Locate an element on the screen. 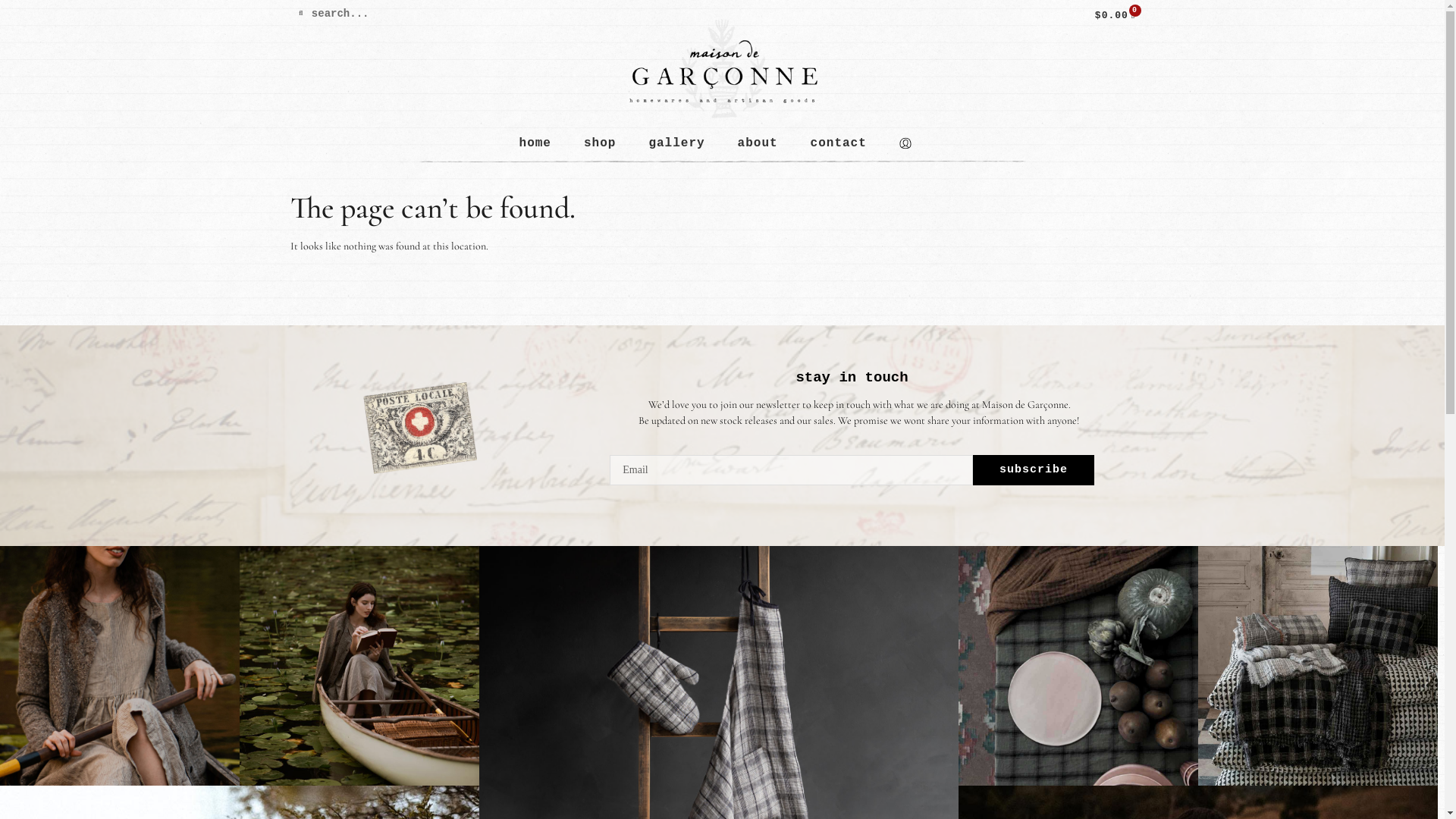 The width and height of the screenshot is (1456, 819). '1' is located at coordinates (912, 143).